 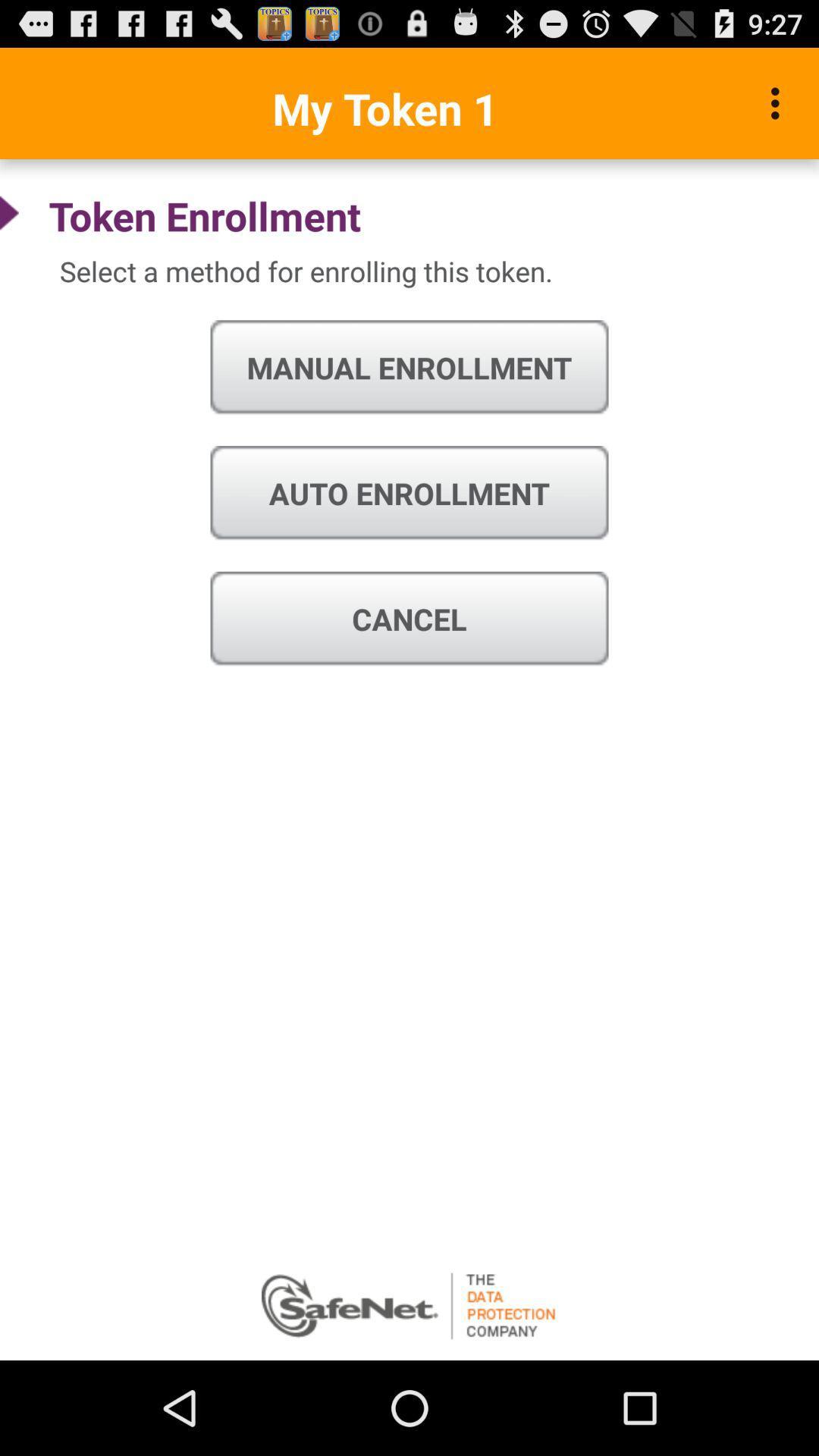 I want to click on icon below the manual enrollment, so click(x=409, y=494).